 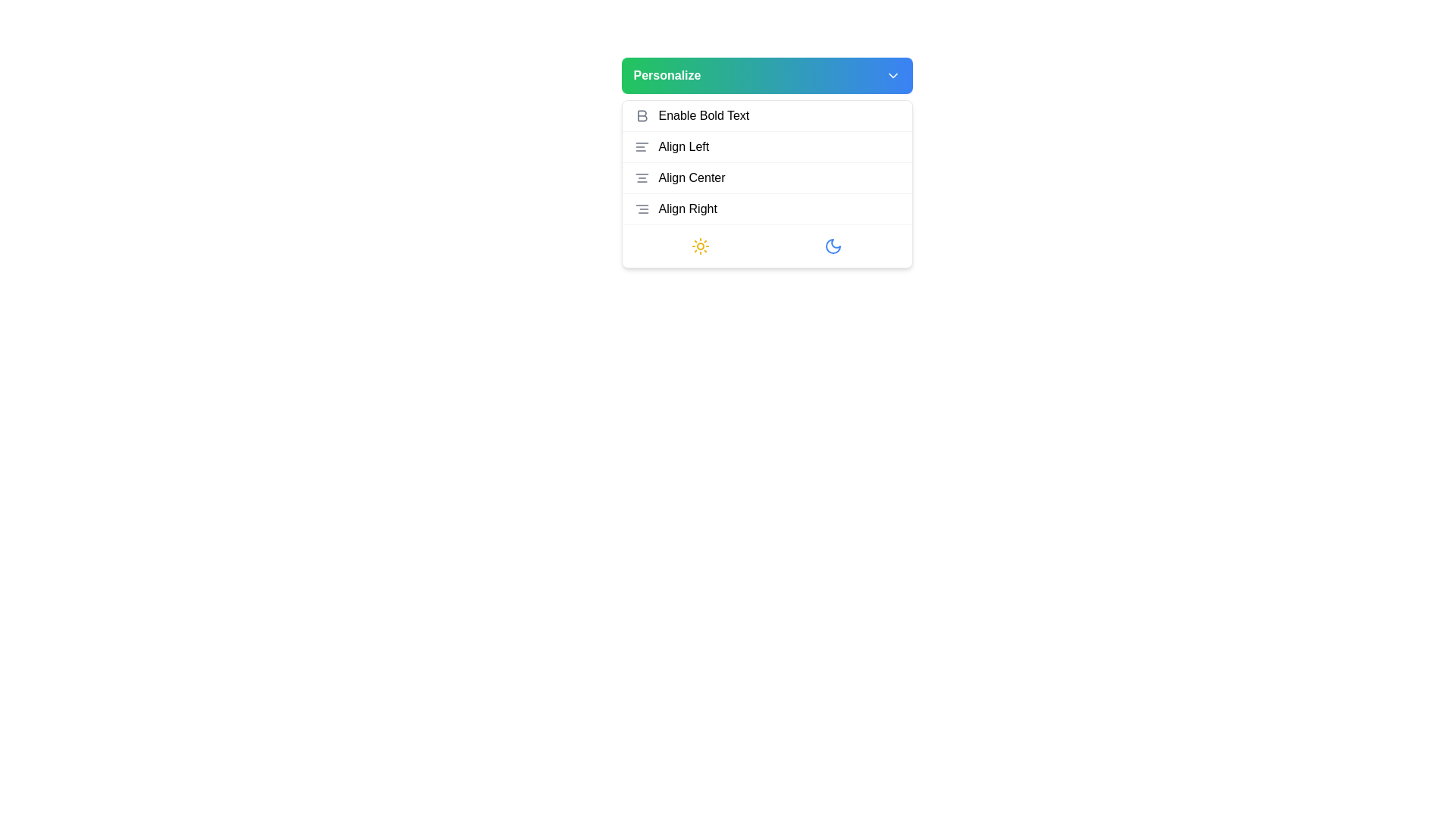 I want to click on the Dropdown Button labeled 'Personalize' for keyboard interaction, so click(x=767, y=76).